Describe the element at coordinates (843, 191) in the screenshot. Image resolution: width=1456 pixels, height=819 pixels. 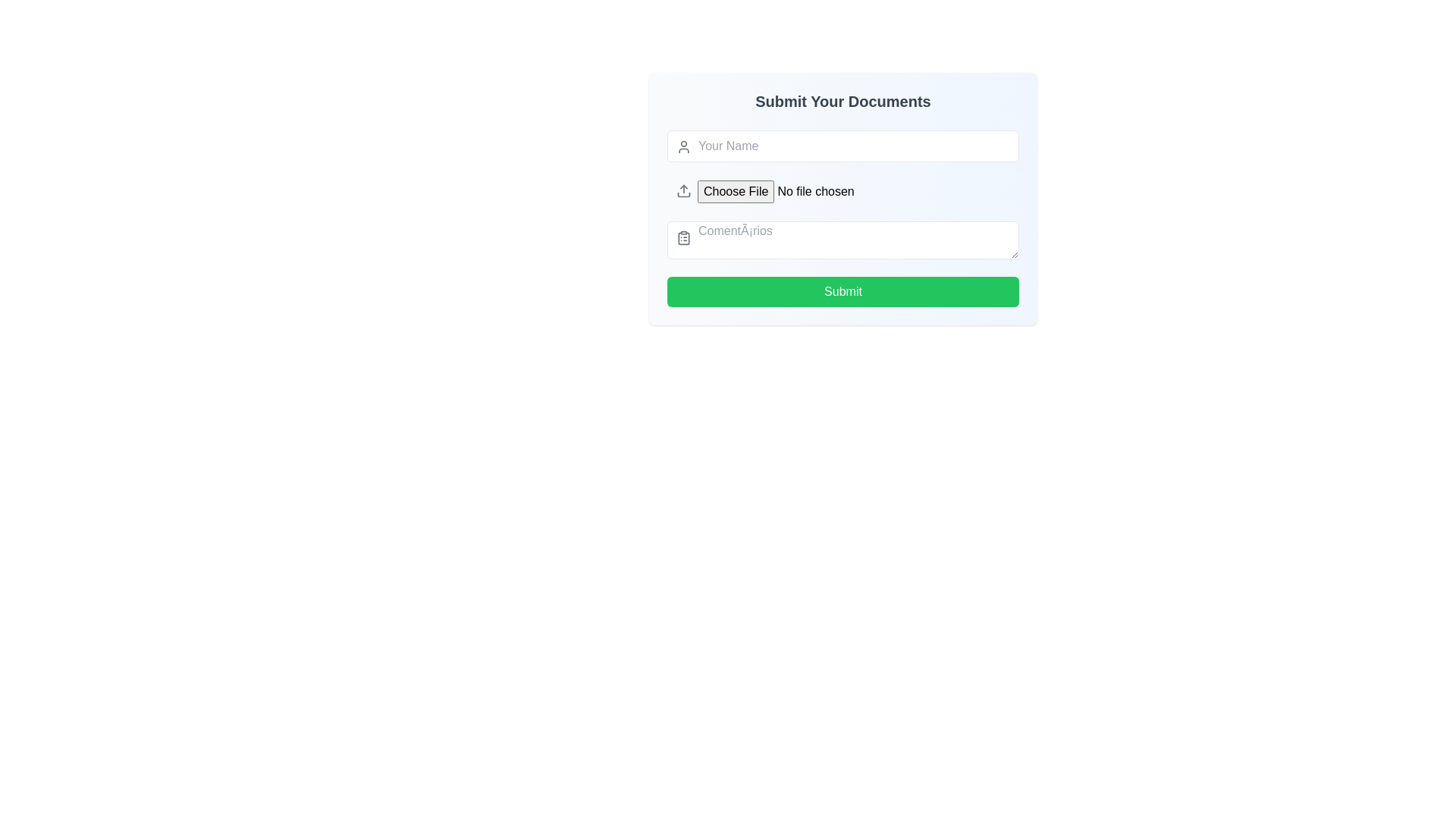
I see `the File input field located between the 'Your Name' input field and the 'Commentários' textarea input field to submit a file by opening the file browser` at that location.